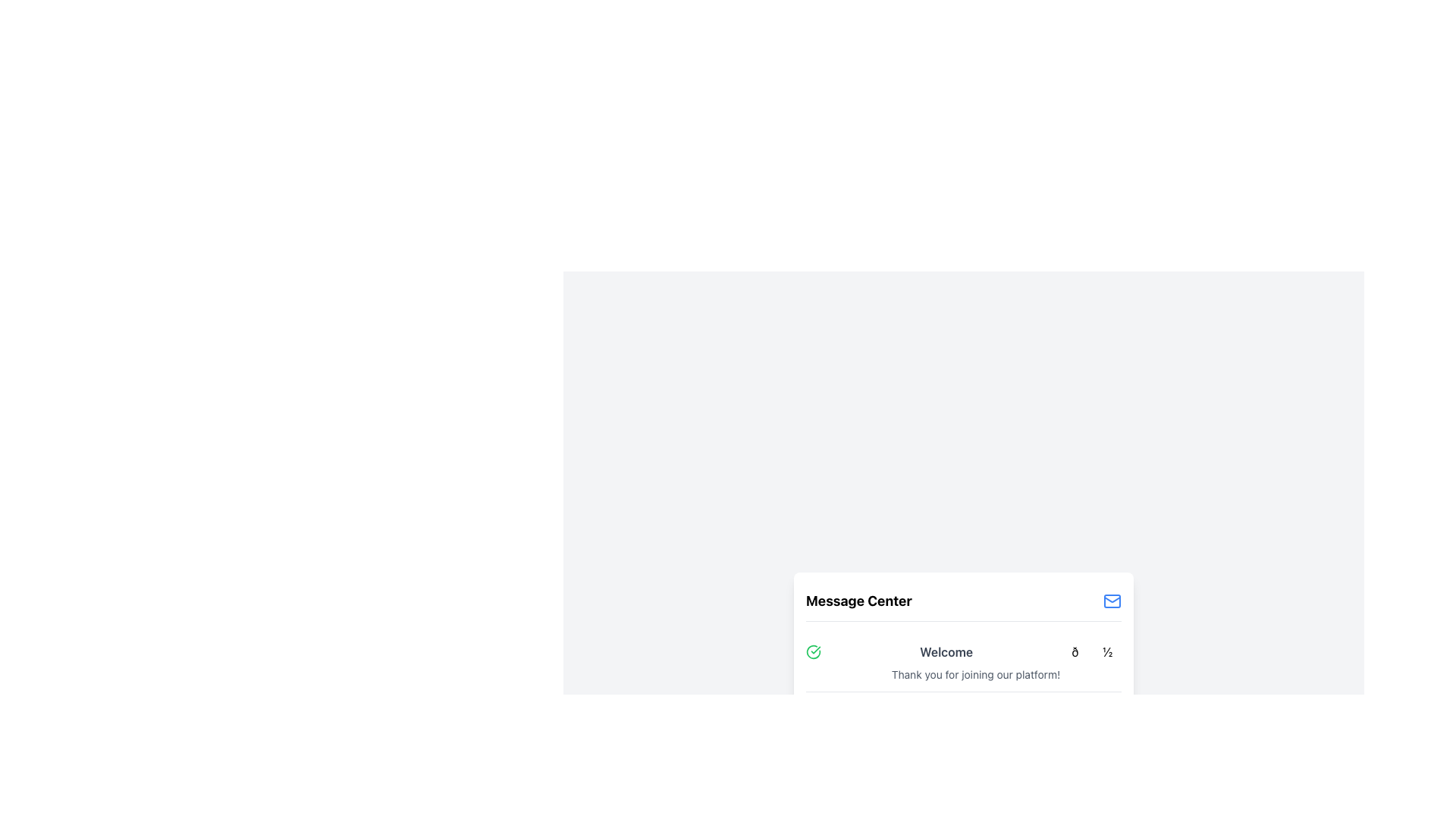  What do you see at coordinates (858, 601) in the screenshot?
I see `the non-interactive Text Label indicating 'Message Center', which serves as a header for the associated section` at bounding box center [858, 601].